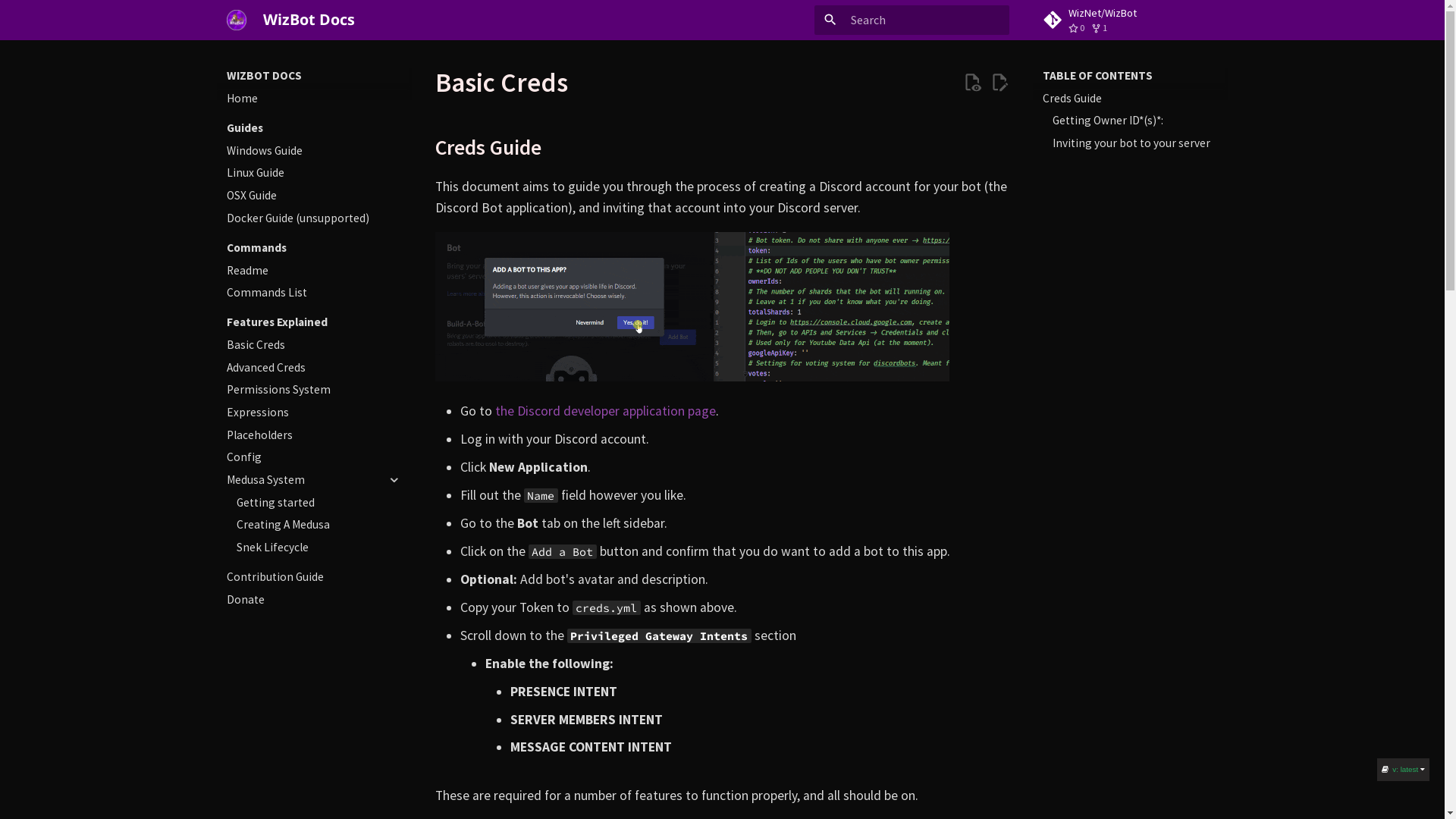 The height and width of the screenshot is (819, 1456). Describe the element at coordinates (313, 292) in the screenshot. I see `'Commands List'` at that location.